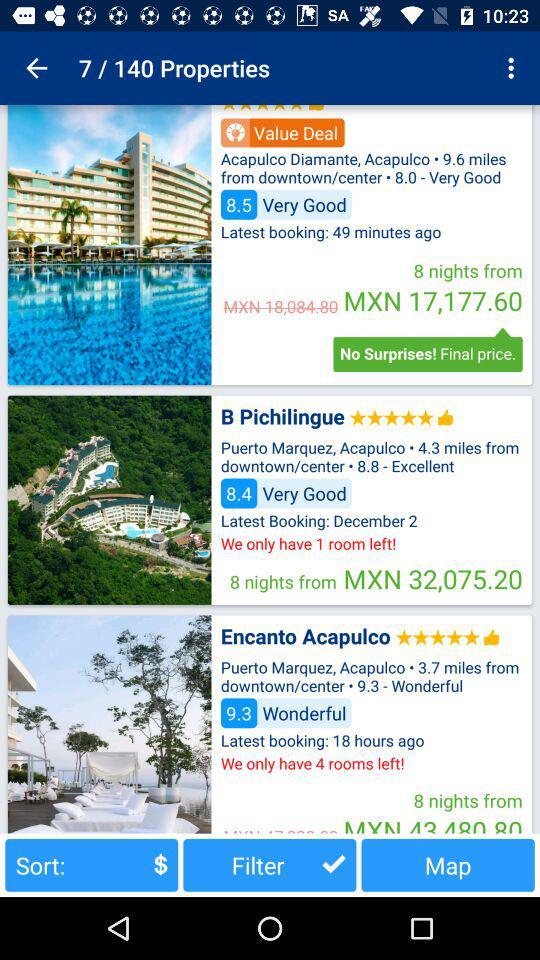  I want to click on the app below mxn 43 480, so click(448, 864).